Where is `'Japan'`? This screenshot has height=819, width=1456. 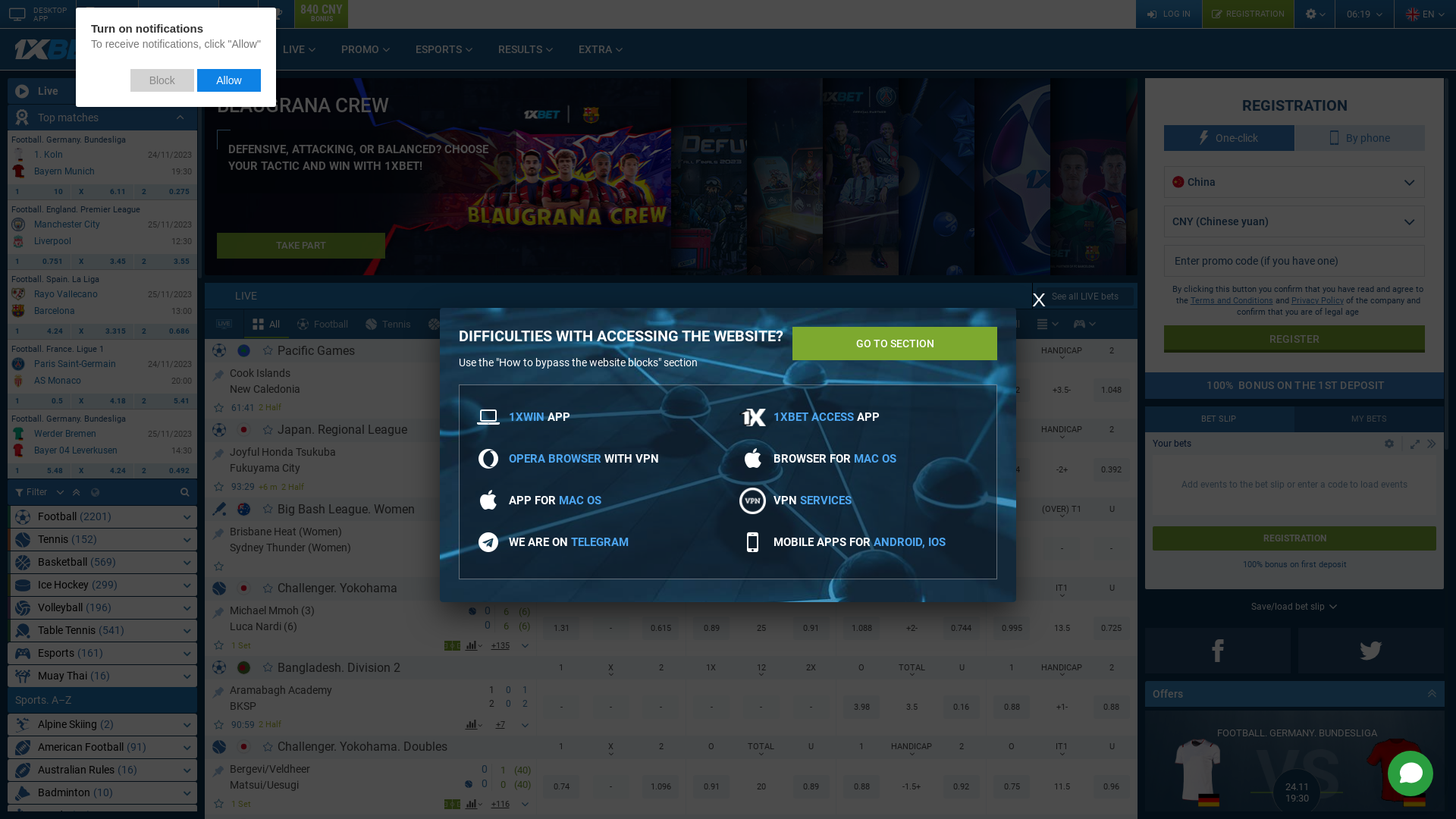
'Japan' is located at coordinates (243, 429).